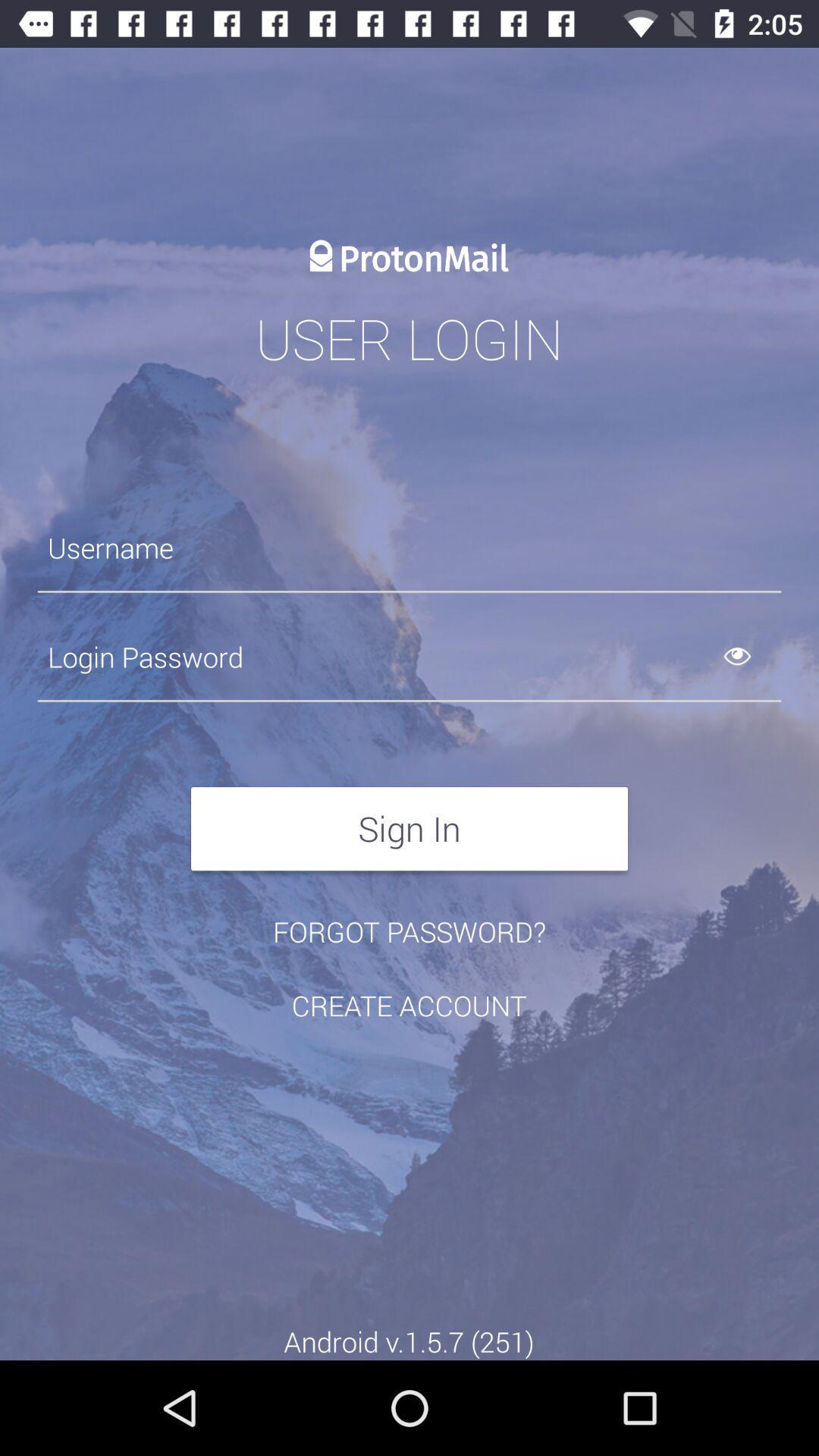  Describe the element at coordinates (408, 1005) in the screenshot. I see `the create account item` at that location.